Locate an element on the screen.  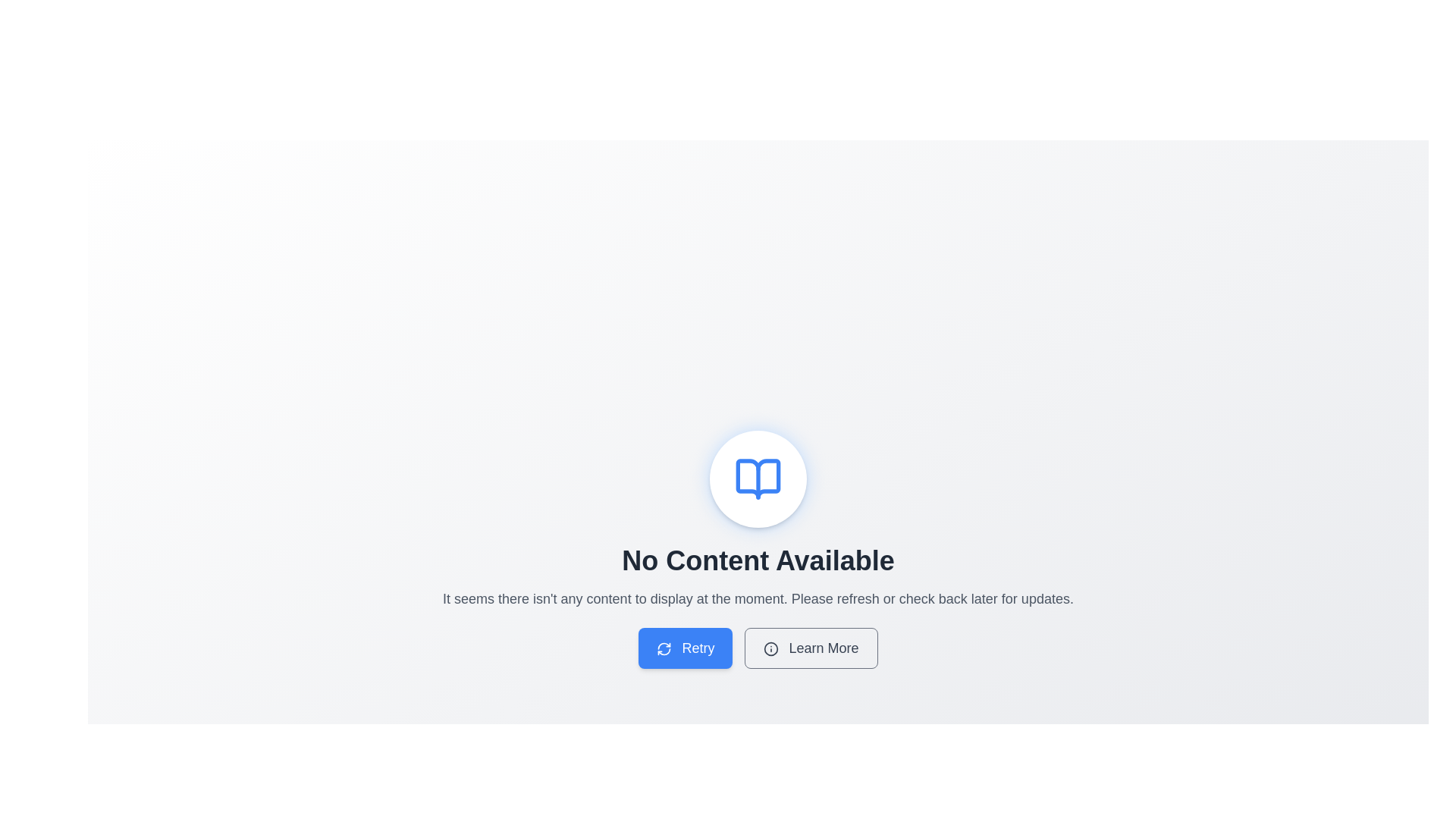
the blue 'Retry' button with rounded borders is located at coordinates (685, 648).